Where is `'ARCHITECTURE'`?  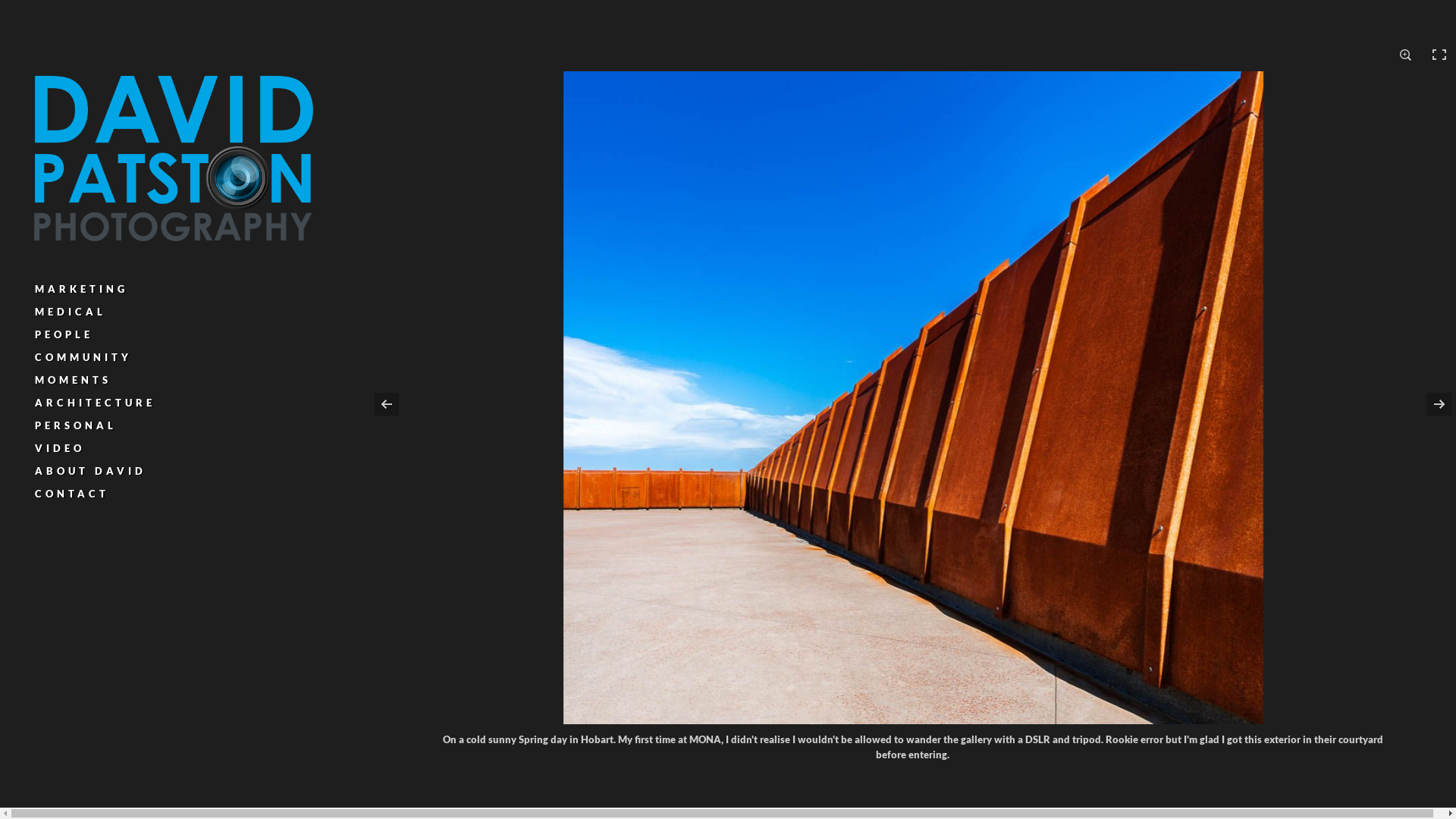 'ARCHITECTURE' is located at coordinates (35, 402).